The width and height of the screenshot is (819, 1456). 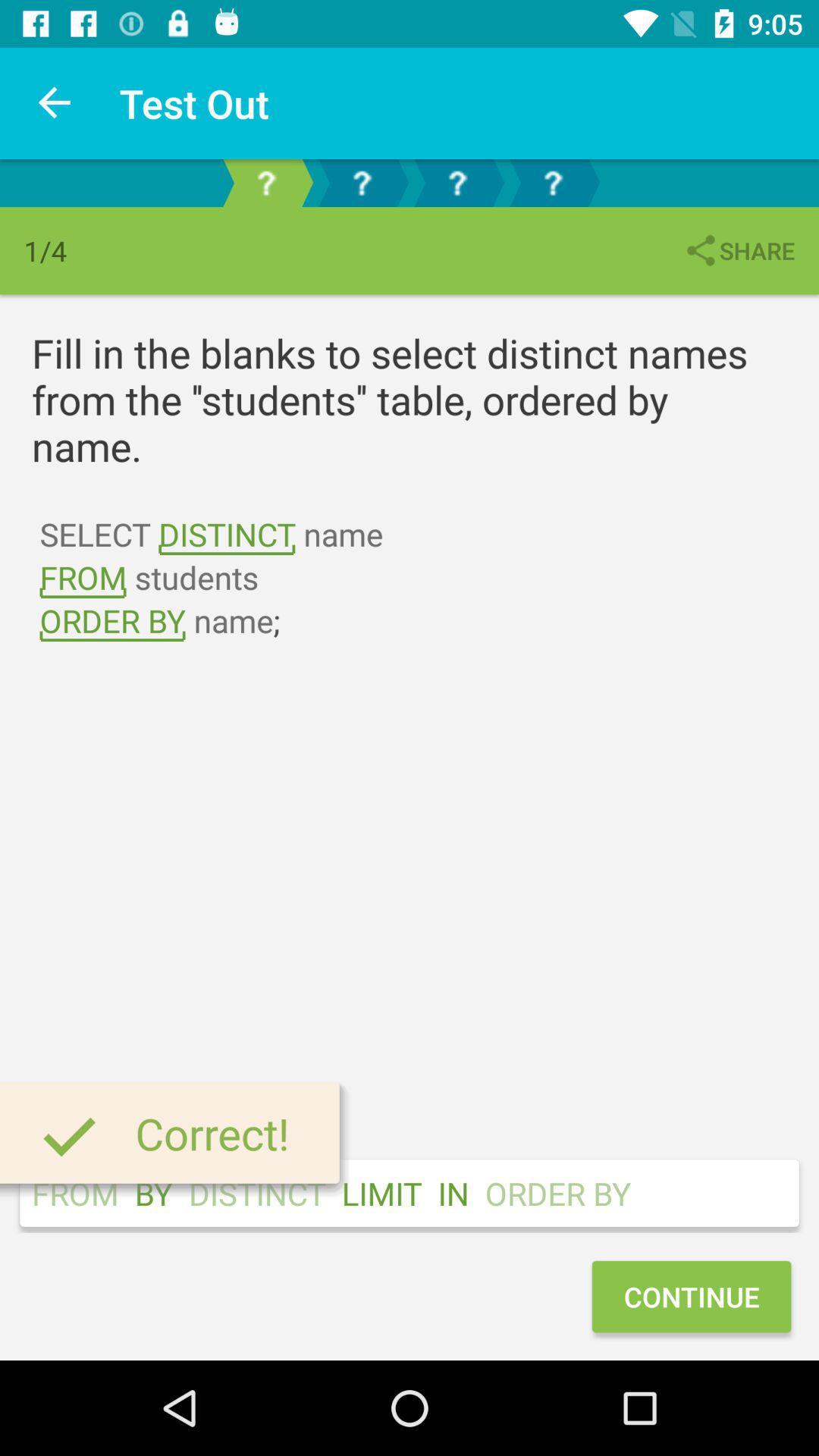 What do you see at coordinates (55, 102) in the screenshot?
I see `item next to the test out icon` at bounding box center [55, 102].